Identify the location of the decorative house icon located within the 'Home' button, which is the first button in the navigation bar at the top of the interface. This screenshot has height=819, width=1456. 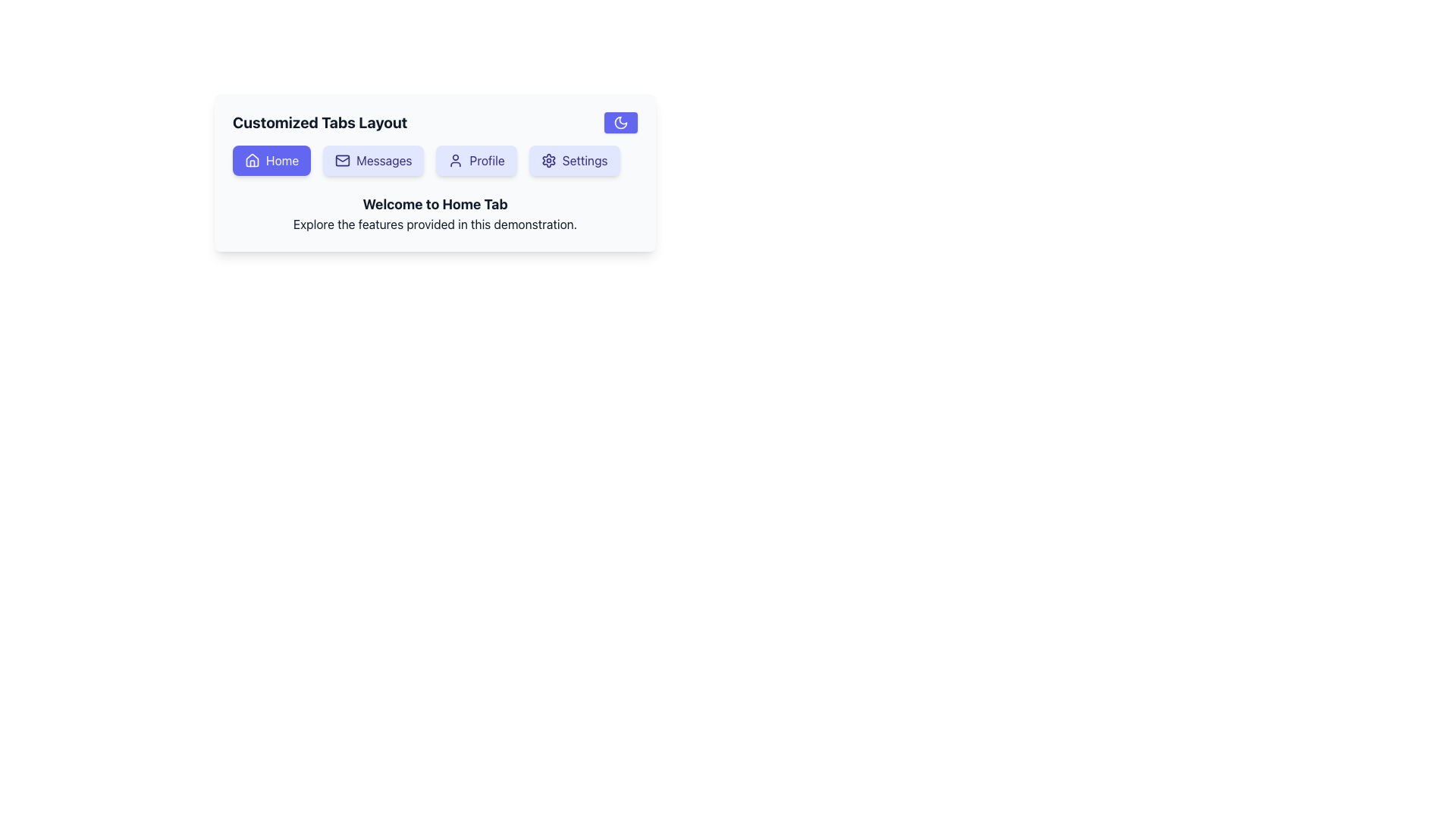
(252, 160).